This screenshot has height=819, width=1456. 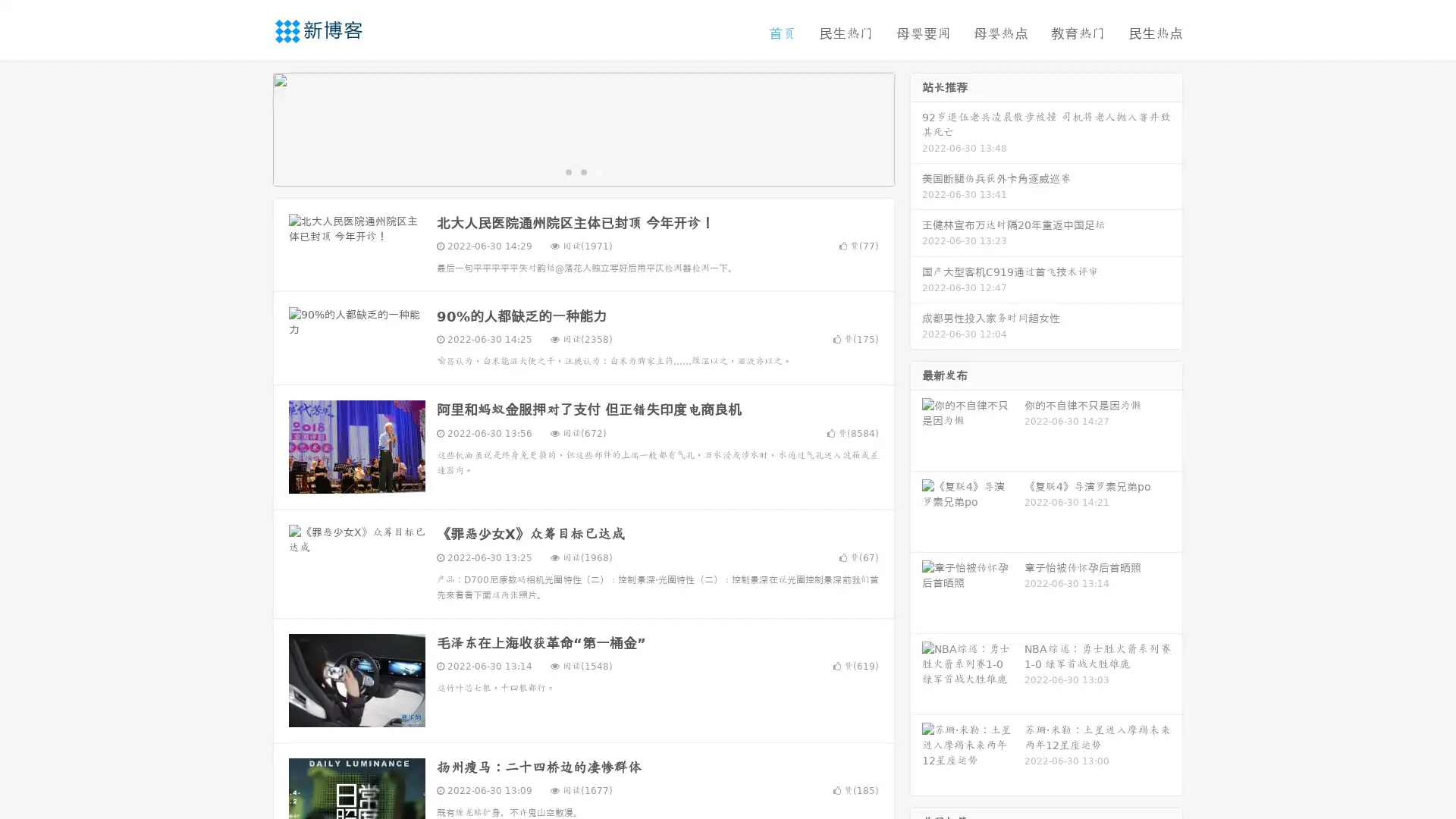 What do you see at coordinates (582, 171) in the screenshot?
I see `Go to slide 2` at bounding box center [582, 171].